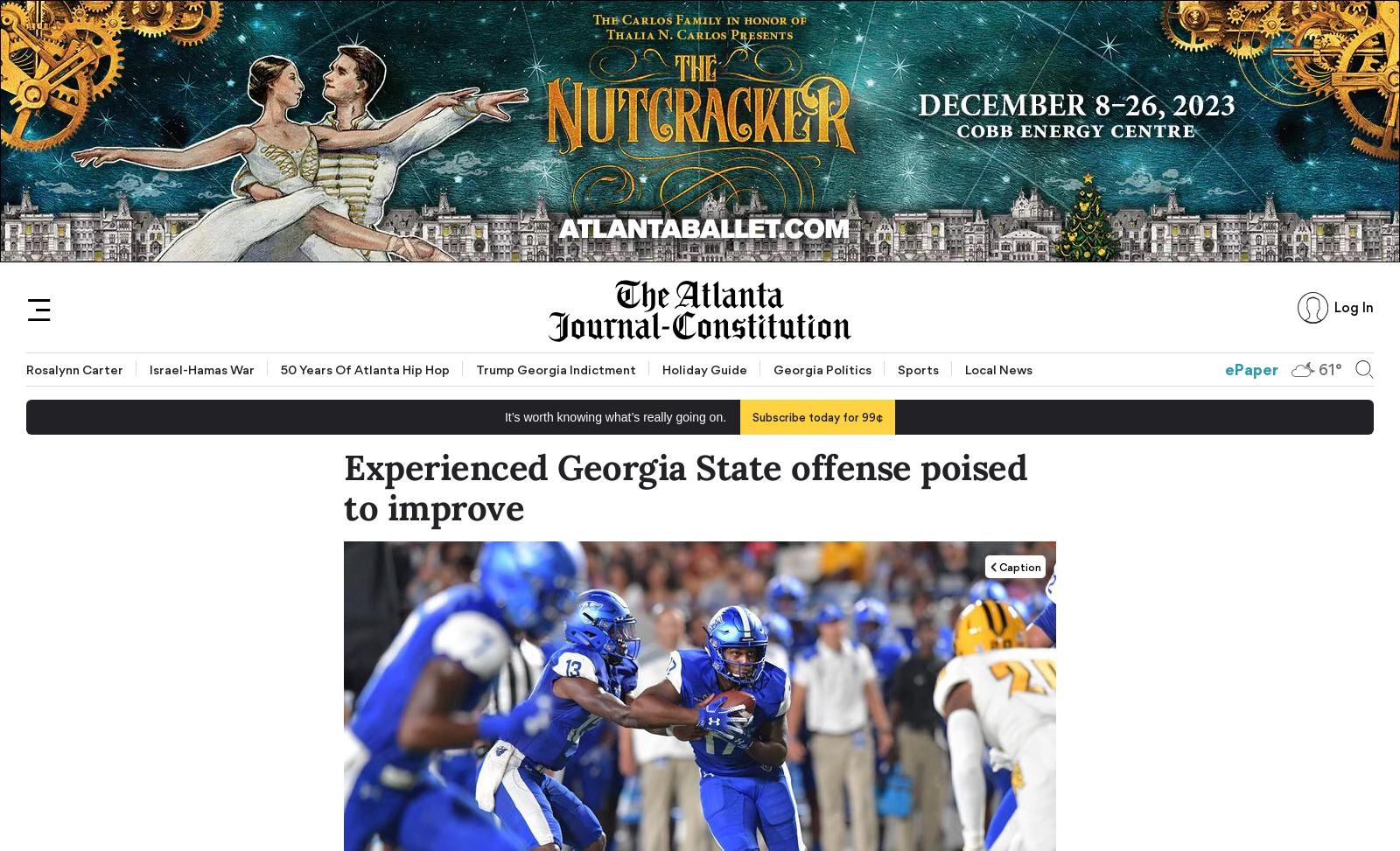  Describe the element at coordinates (685, 487) in the screenshot. I see `'Experienced Georgia State offense poised to improve'` at that location.